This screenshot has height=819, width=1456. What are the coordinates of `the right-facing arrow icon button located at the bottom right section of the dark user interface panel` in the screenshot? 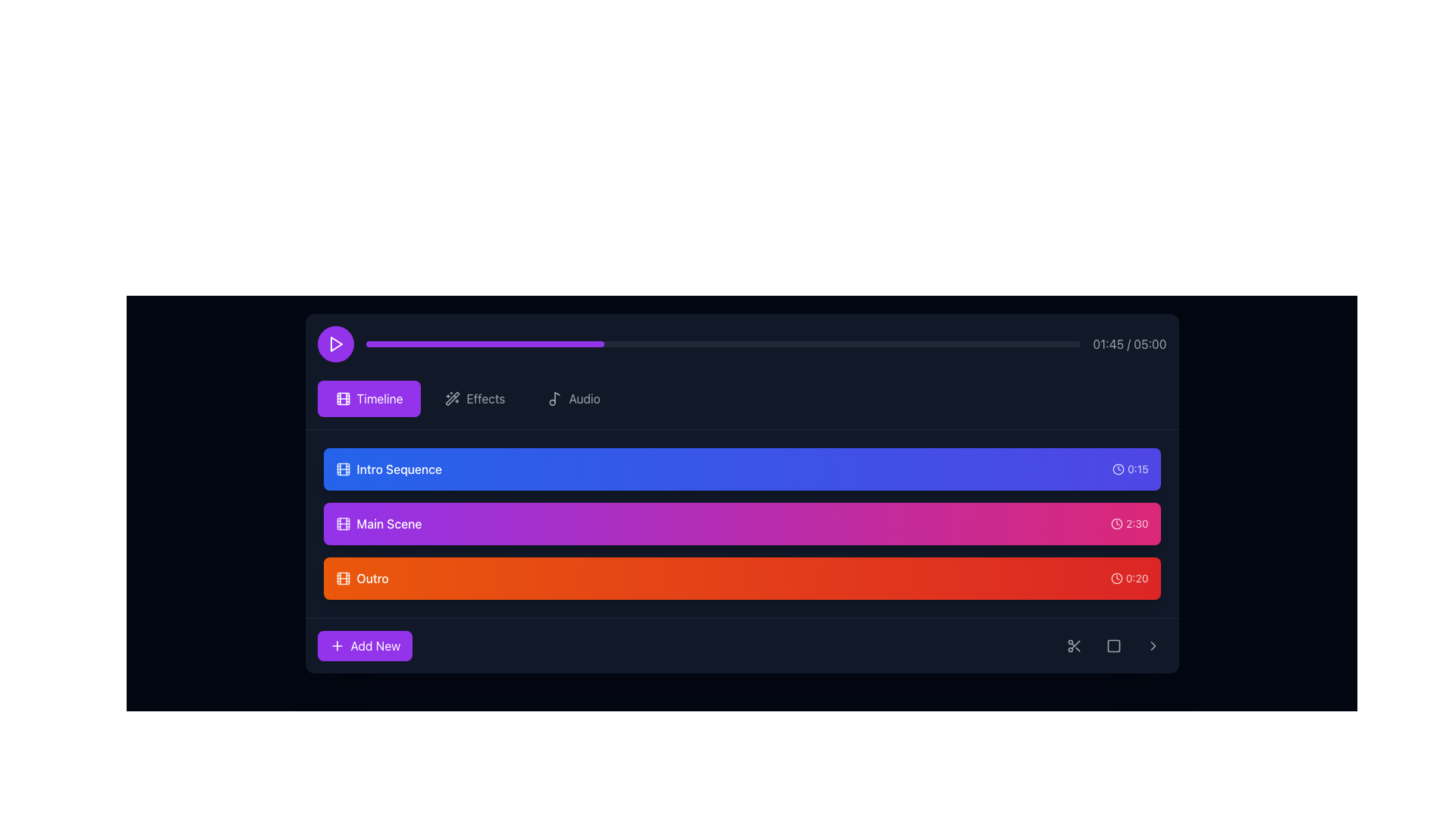 It's located at (1153, 646).